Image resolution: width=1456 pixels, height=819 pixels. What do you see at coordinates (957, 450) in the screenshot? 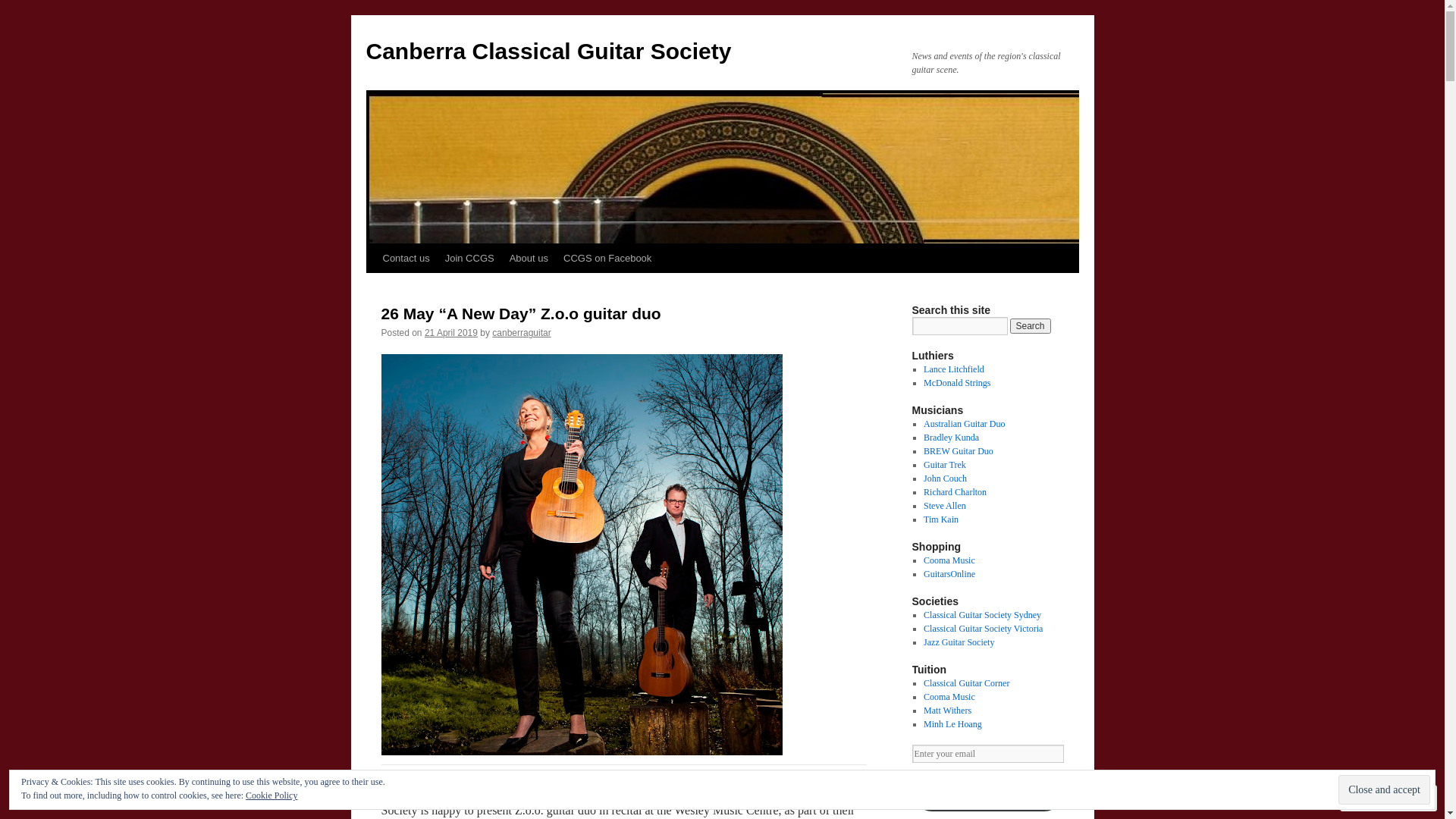
I see `'BREW Guitar Duo'` at bounding box center [957, 450].